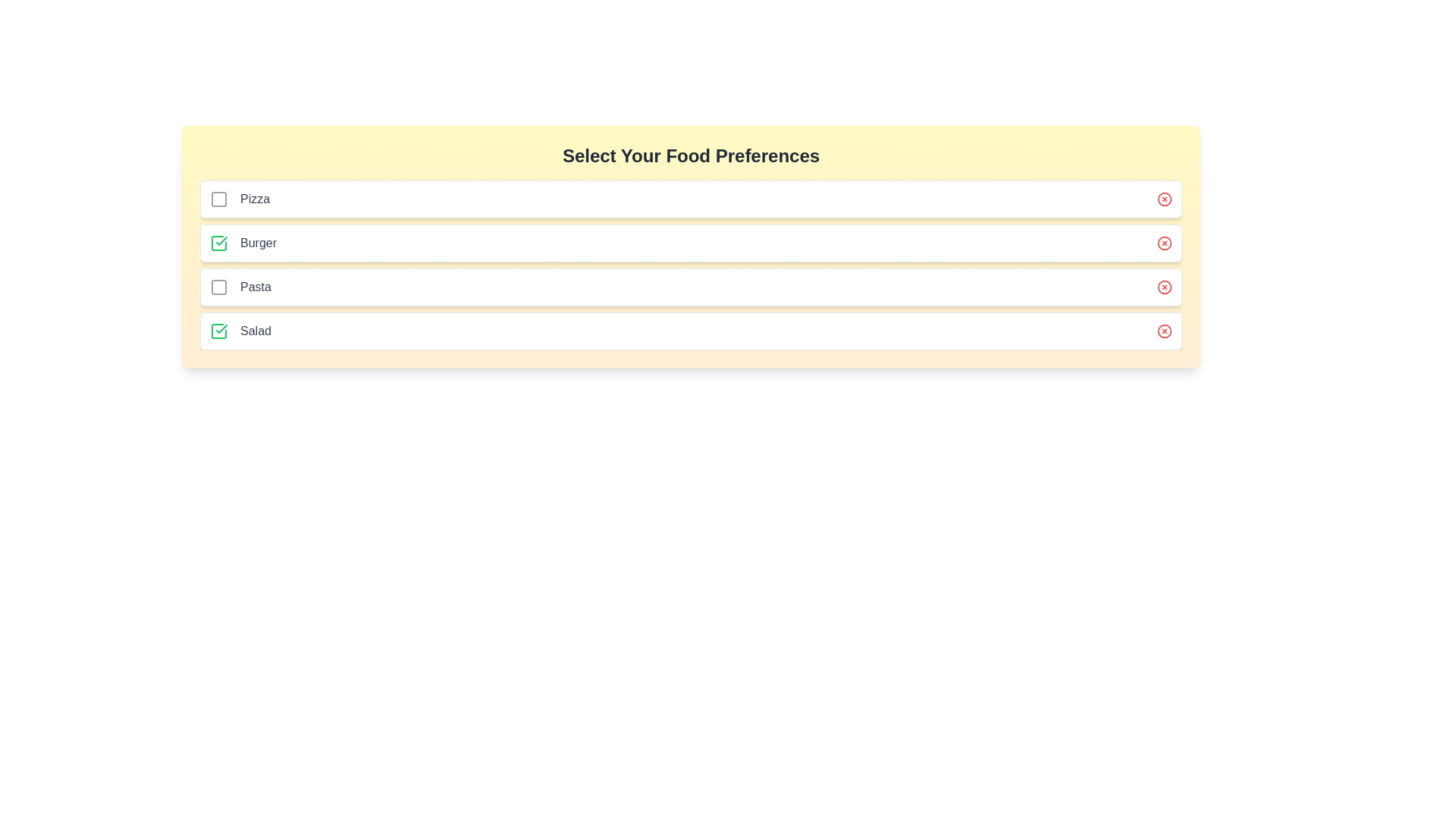 This screenshot has height=819, width=1456. What do you see at coordinates (243, 242) in the screenshot?
I see `the 'Burger' text label that displays in medium gray font and is aligned to the right of a green checkmark icon, indicating a selected state` at bounding box center [243, 242].